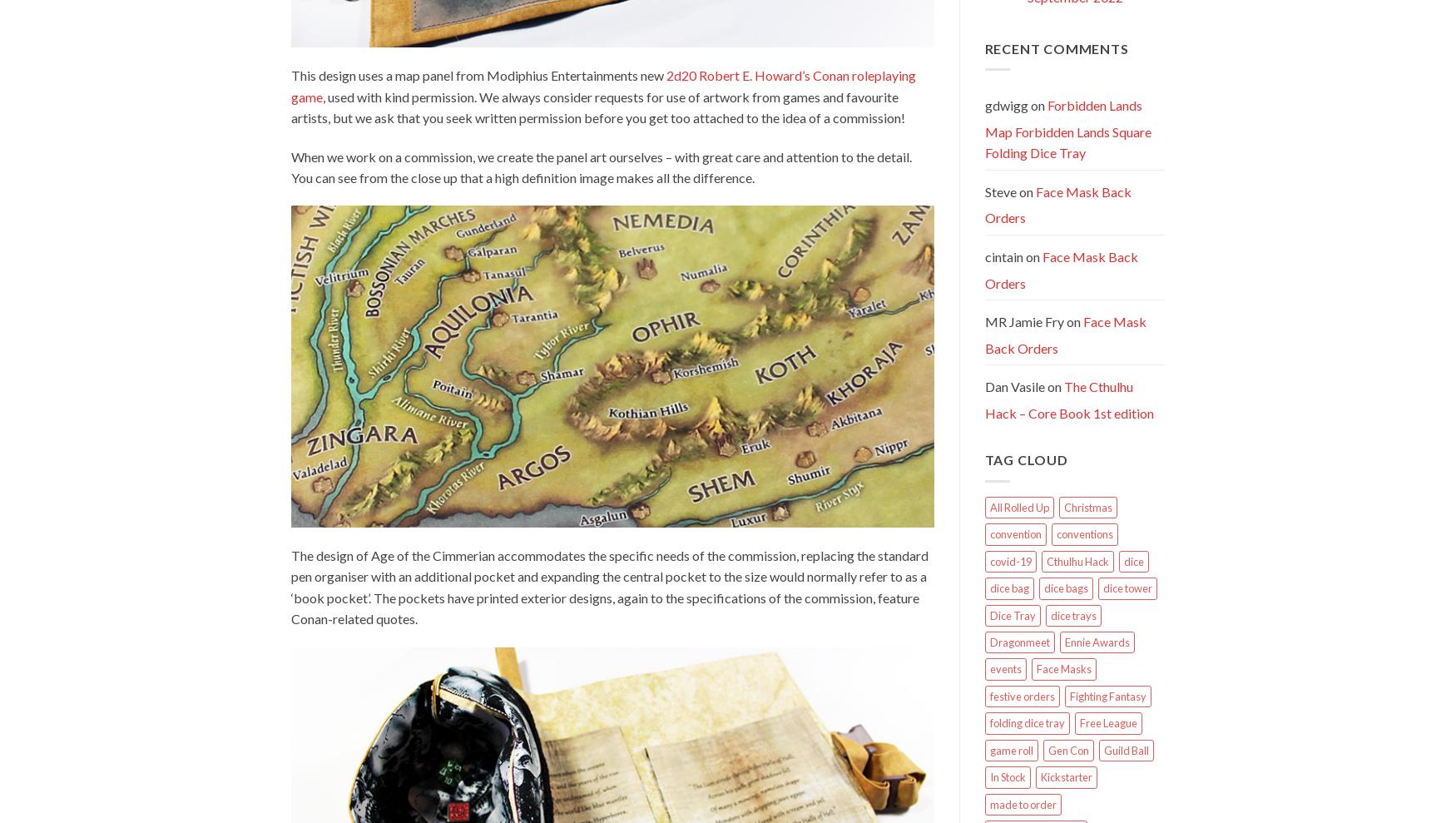  What do you see at coordinates (1083, 533) in the screenshot?
I see `'conventions'` at bounding box center [1083, 533].